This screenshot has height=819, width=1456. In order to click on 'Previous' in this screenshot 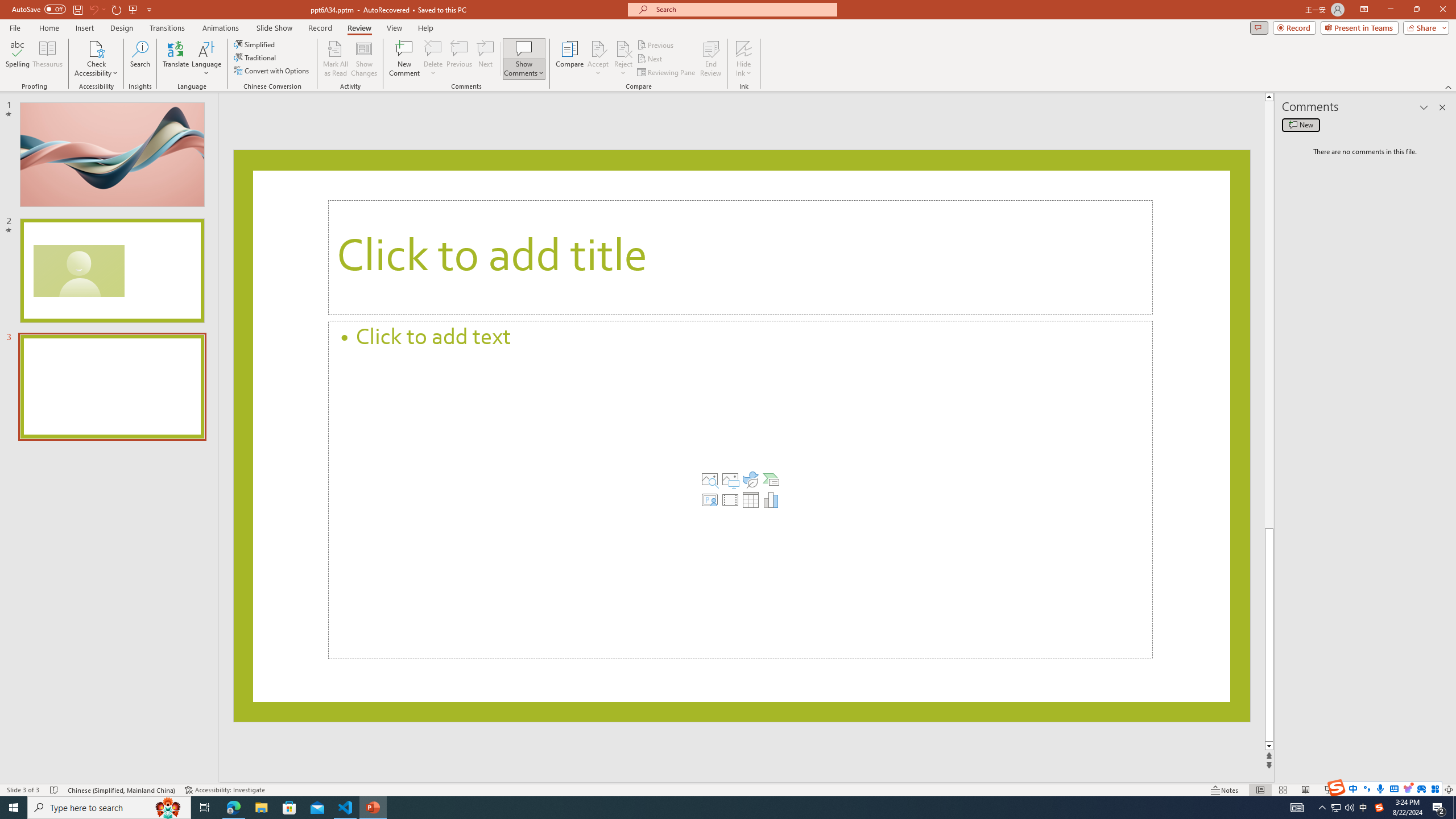, I will do `click(656, 44)`.